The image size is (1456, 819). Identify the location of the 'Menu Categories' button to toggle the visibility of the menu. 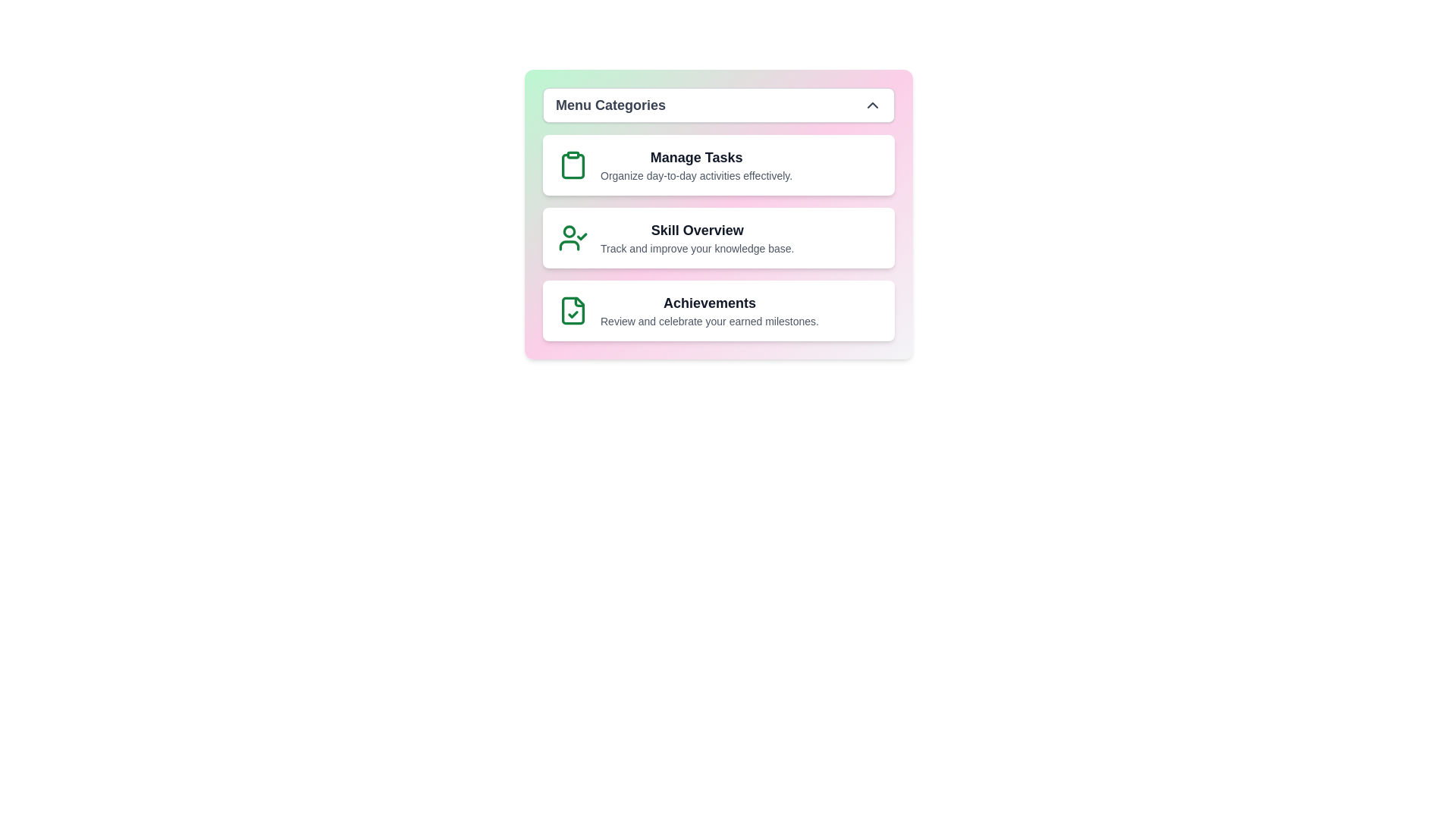
(718, 104).